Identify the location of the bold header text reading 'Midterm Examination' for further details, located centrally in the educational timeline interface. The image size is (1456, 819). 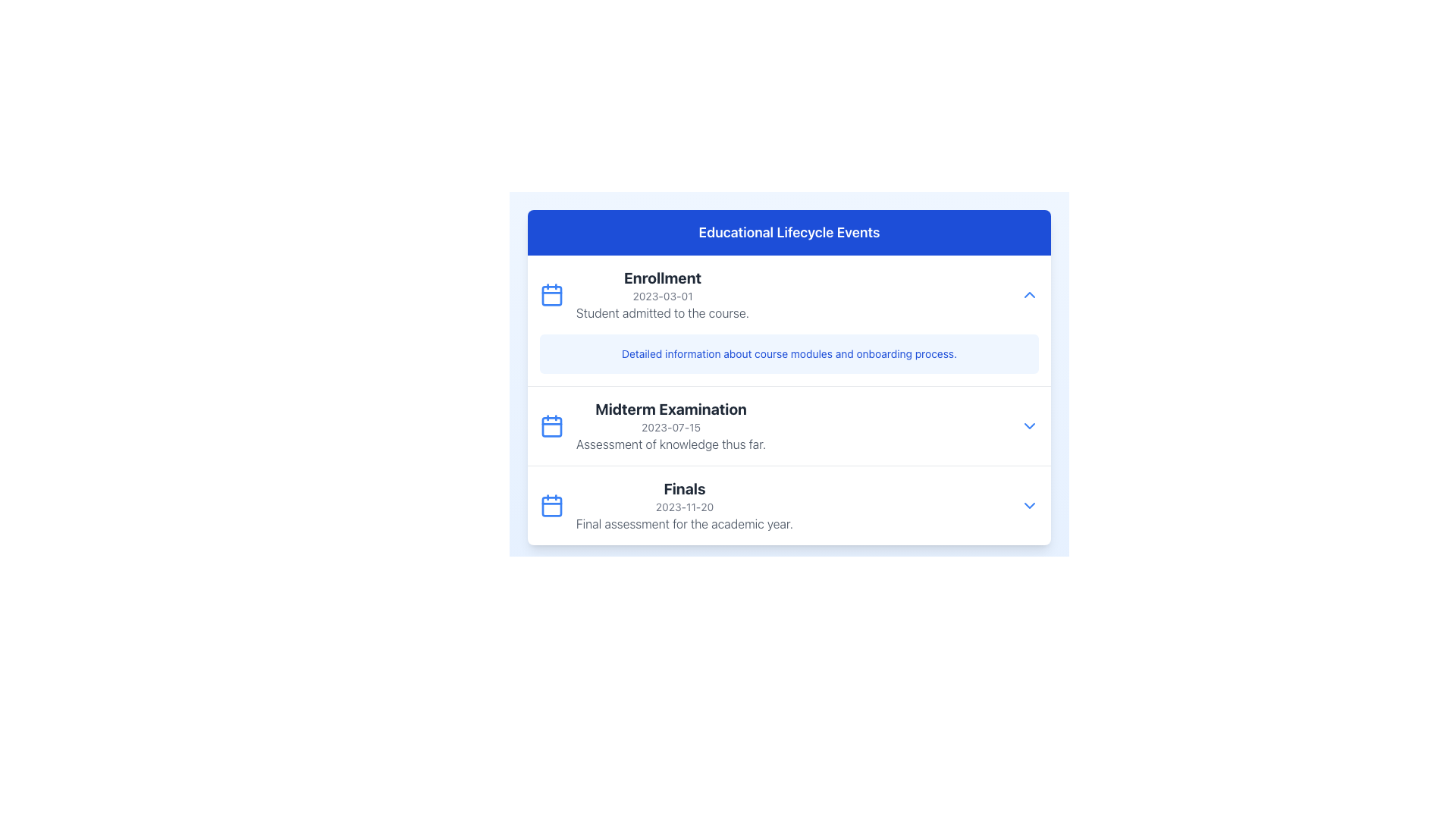
(670, 409).